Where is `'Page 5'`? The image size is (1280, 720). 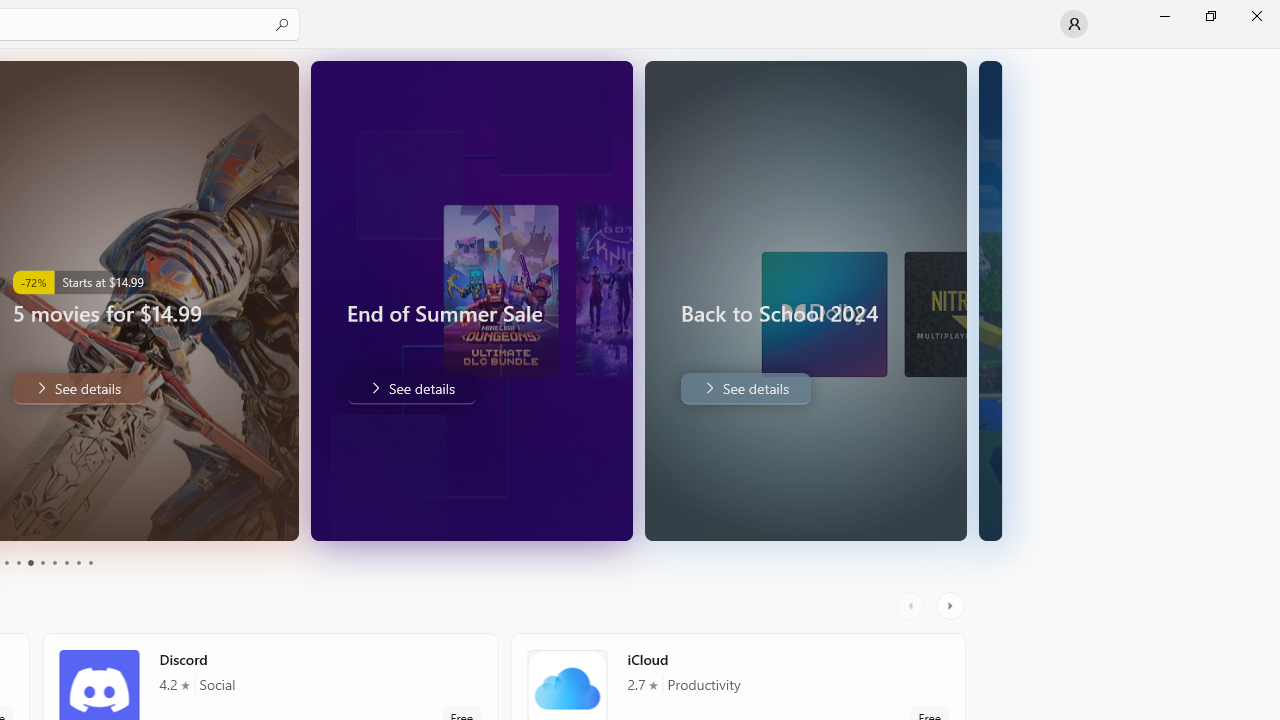 'Page 5' is located at coordinates (30, 563).